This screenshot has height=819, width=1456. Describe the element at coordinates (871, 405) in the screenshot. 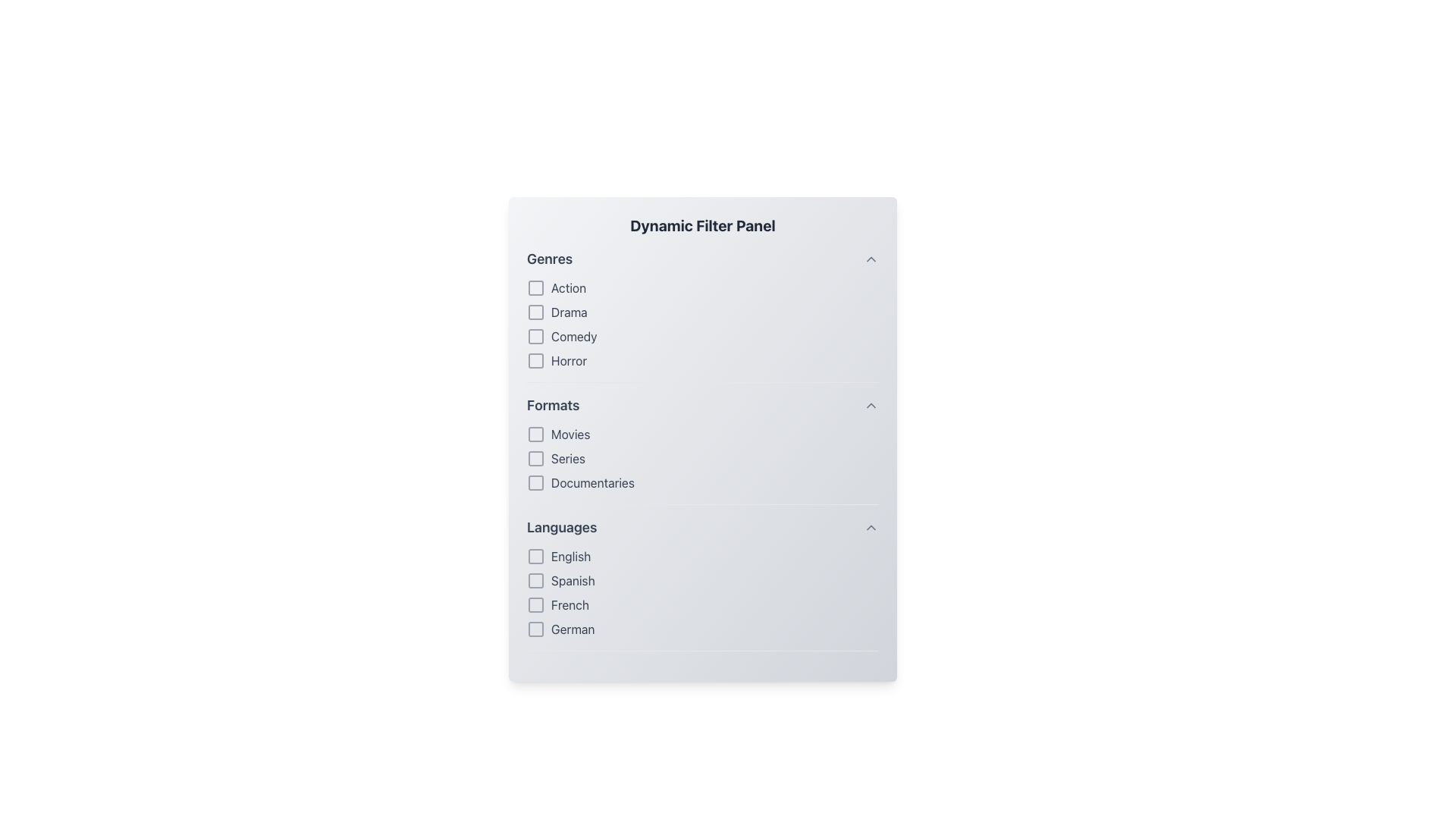

I see `the upward-facing chevron icon located to the far-right within the 'Formats' section header` at that location.